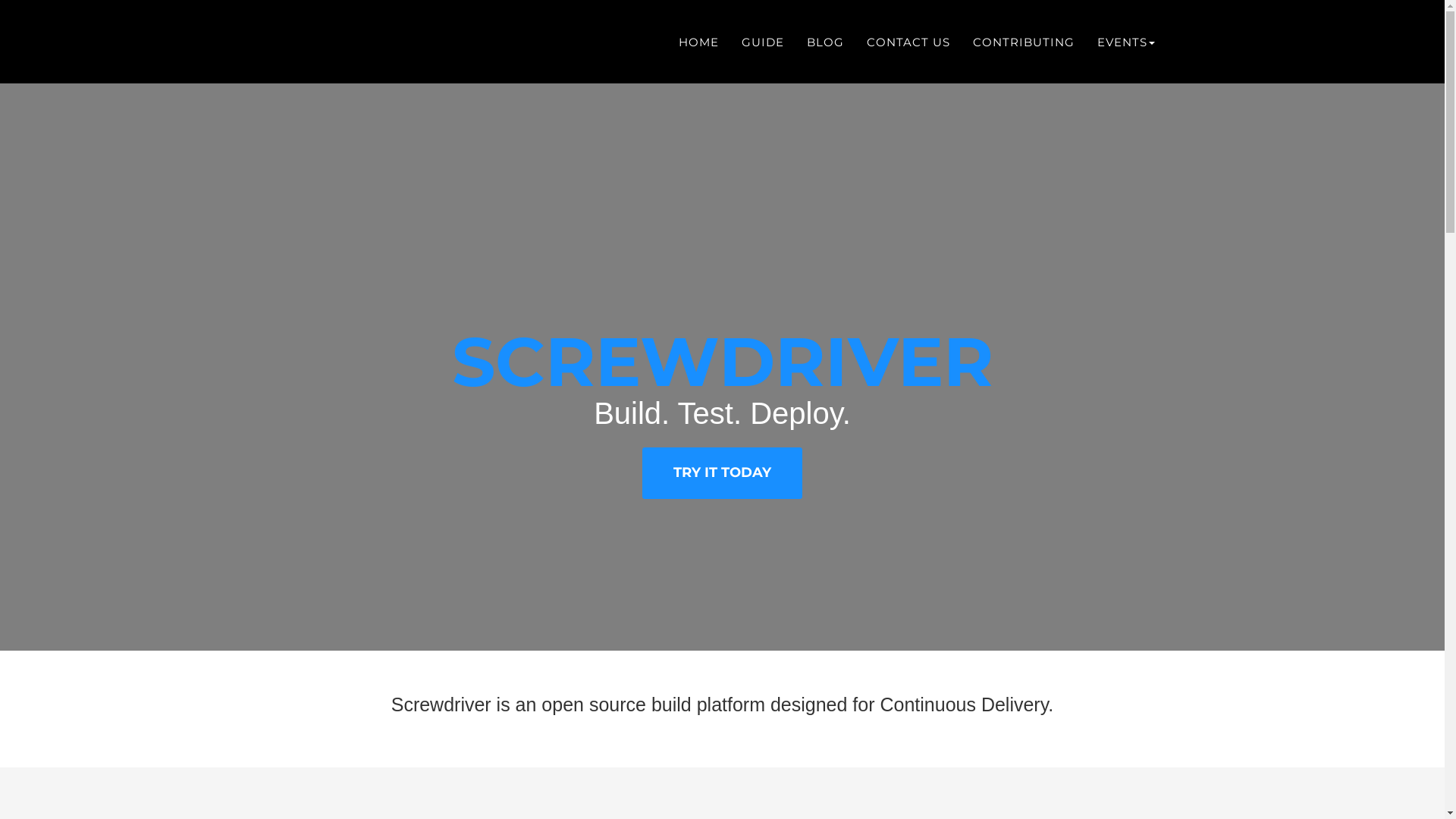 The image size is (1456, 819). Describe the element at coordinates (908, 40) in the screenshot. I see `'CONTACT US'` at that location.